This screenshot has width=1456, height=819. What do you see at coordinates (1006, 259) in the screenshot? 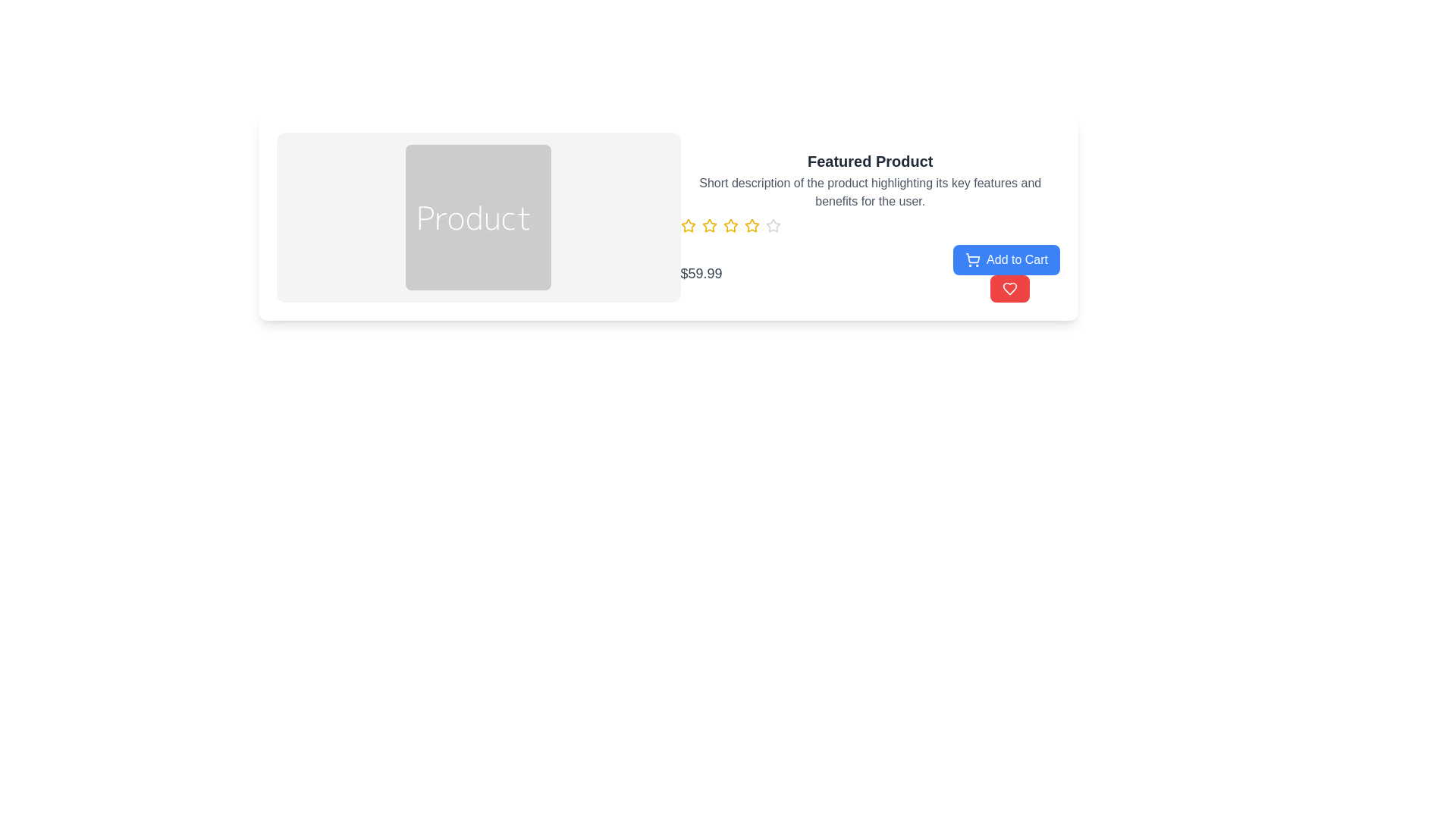
I see `the blue rectangular 'Add to Cart' button with rounded corners located in the 'Featured Product' section to observe the hover effect` at bounding box center [1006, 259].